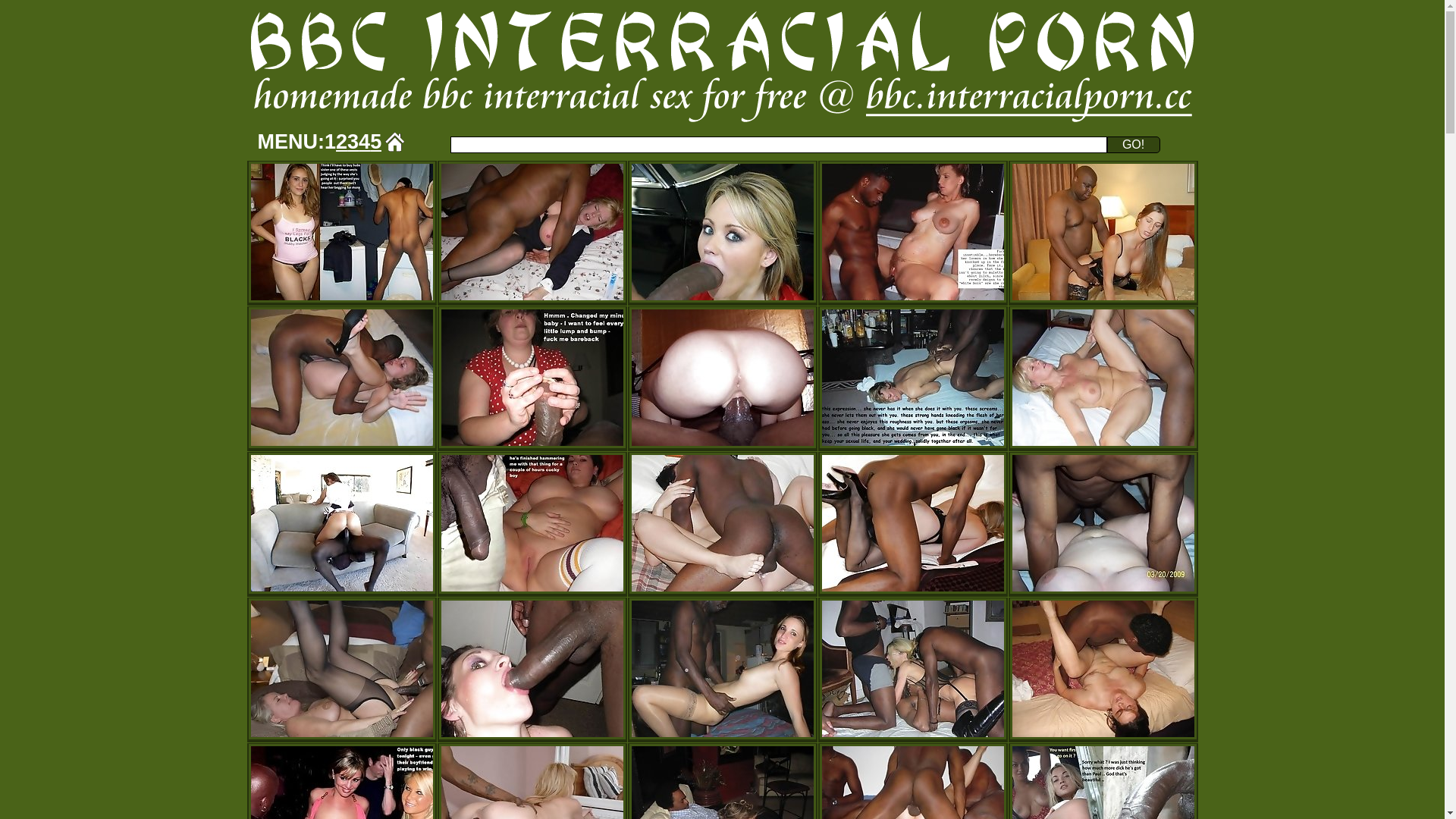 This screenshot has width=1456, height=819. I want to click on '2', so click(340, 141).